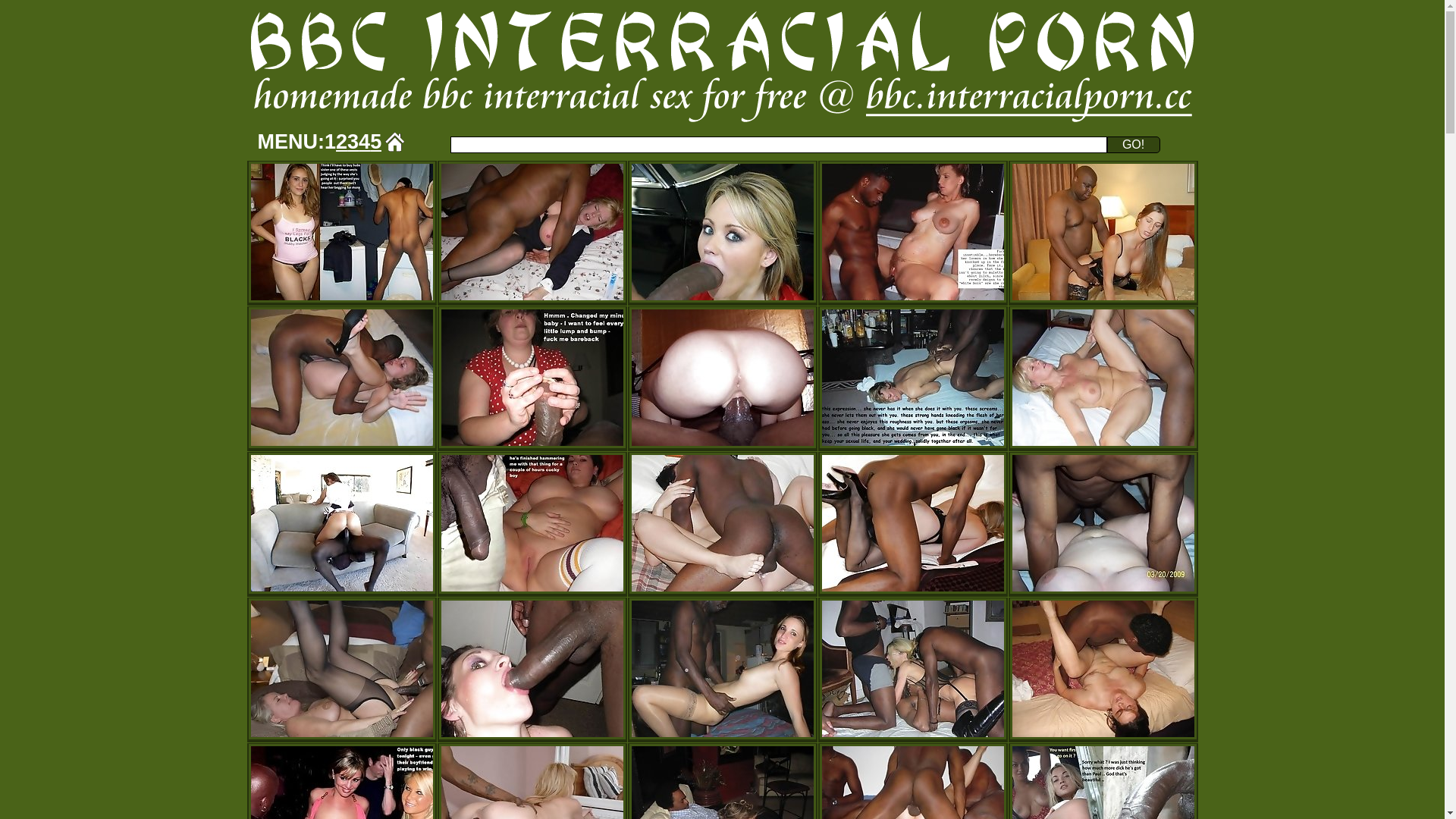 This screenshot has width=1456, height=819. I want to click on '2', so click(340, 141).